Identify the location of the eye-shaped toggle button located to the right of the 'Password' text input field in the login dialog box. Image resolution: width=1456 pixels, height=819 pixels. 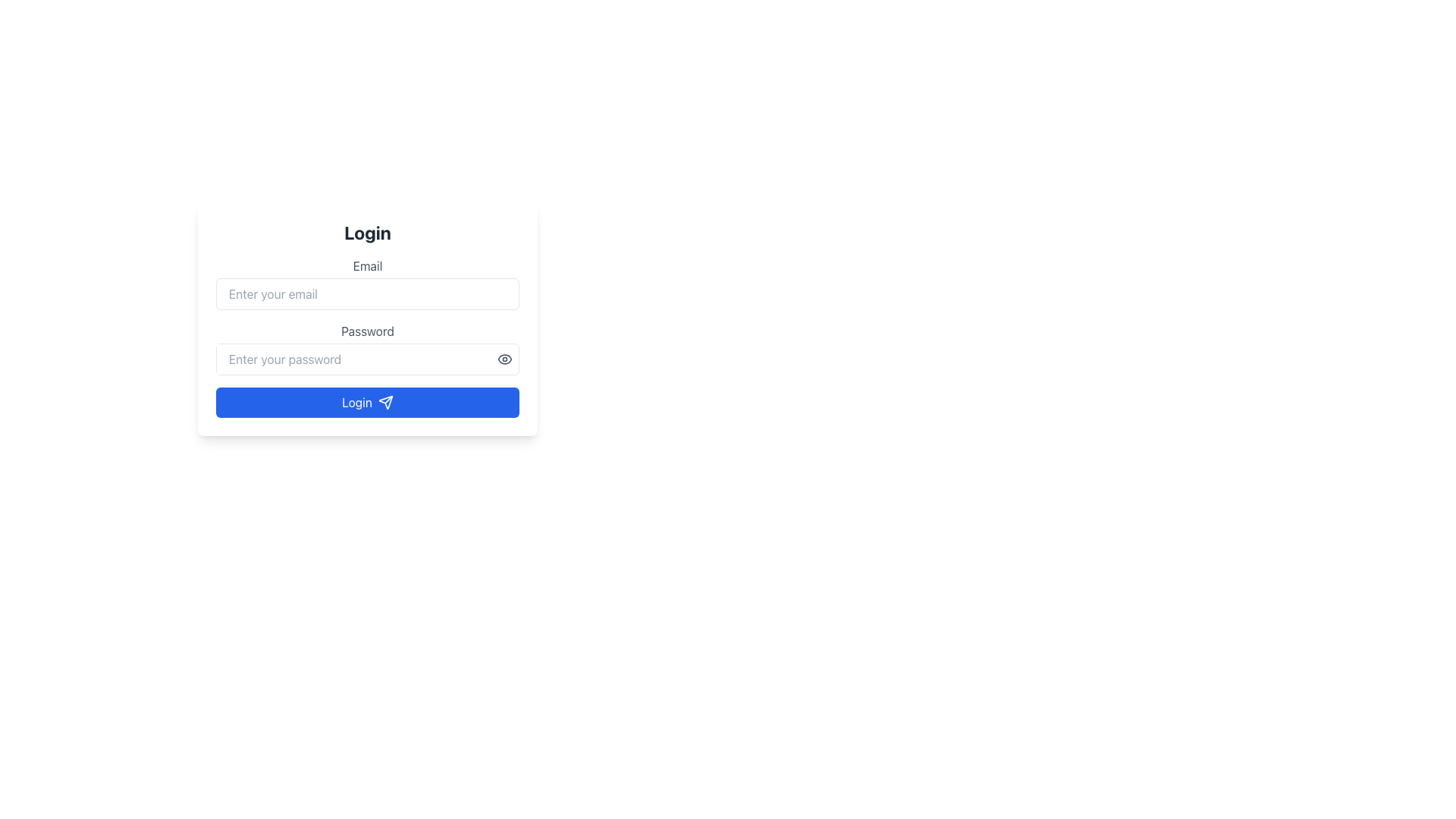
(505, 359).